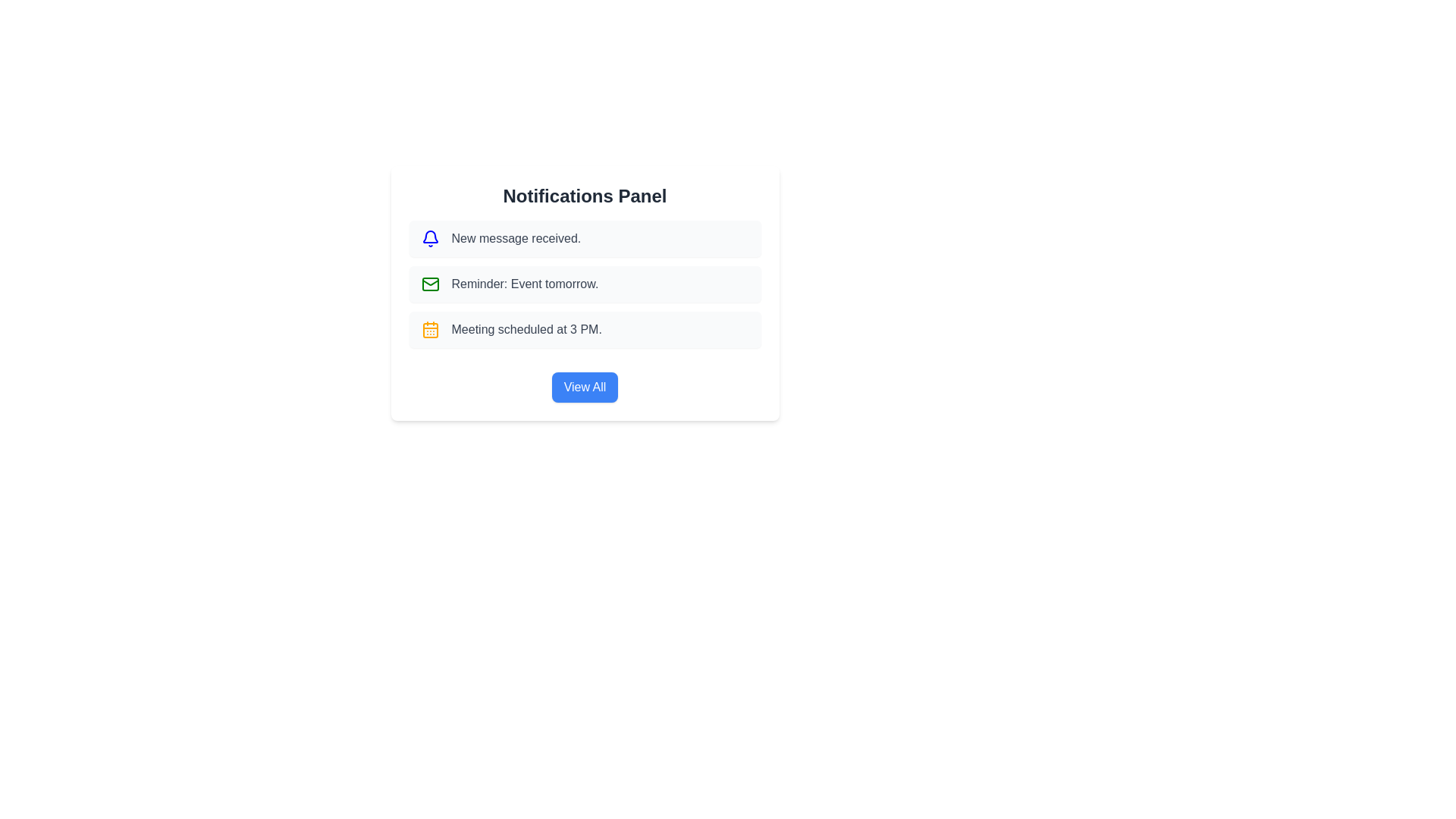 This screenshot has height=819, width=1456. Describe the element at coordinates (429, 239) in the screenshot. I see `the bell icon representing notifications, positioned on the left side of the text label 'New message received' in the notification panel` at that location.